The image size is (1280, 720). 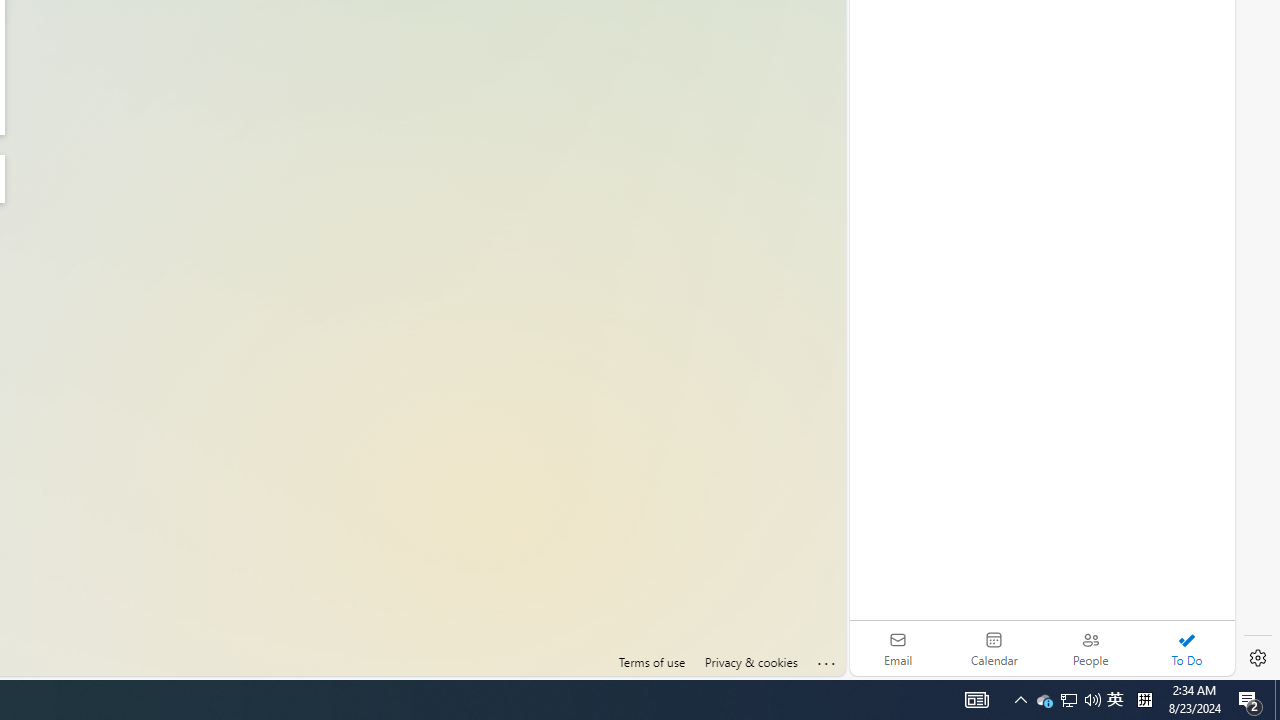 I want to click on 'Click here for troubleshooting information', so click(x=827, y=659).